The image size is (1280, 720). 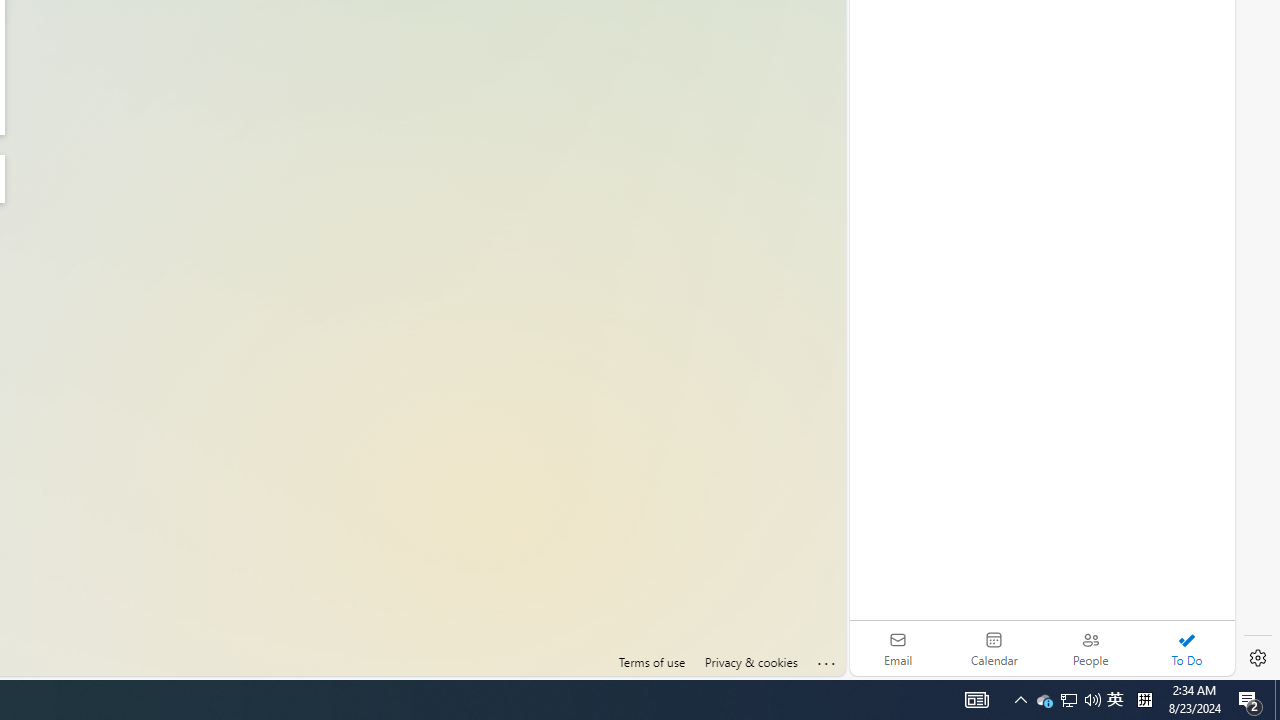 I want to click on 'Click here for troubleshooting information', so click(x=827, y=659).